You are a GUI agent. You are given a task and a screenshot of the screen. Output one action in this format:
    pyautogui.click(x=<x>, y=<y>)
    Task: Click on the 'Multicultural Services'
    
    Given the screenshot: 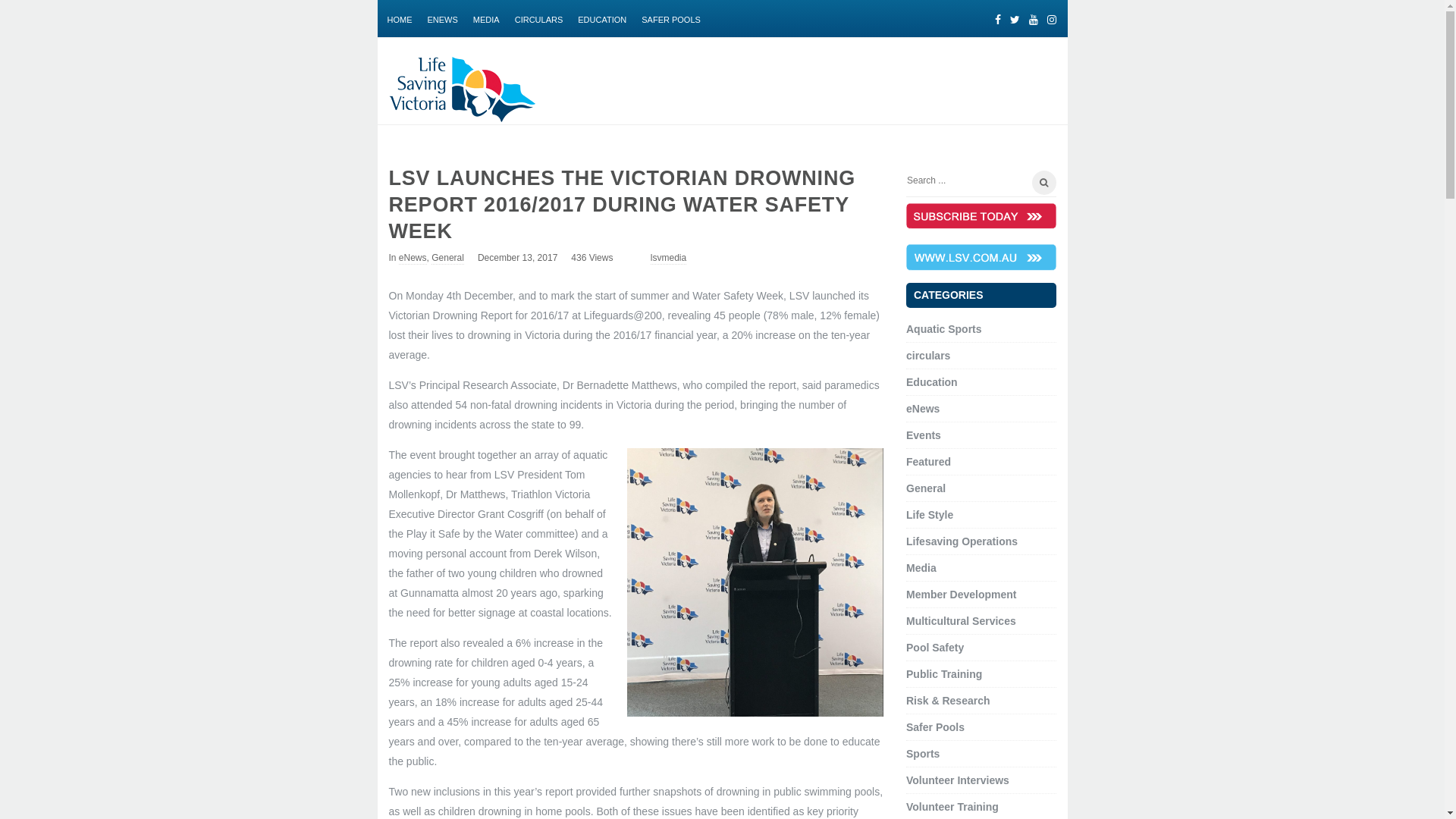 What is the action you would take?
    pyautogui.click(x=960, y=620)
    